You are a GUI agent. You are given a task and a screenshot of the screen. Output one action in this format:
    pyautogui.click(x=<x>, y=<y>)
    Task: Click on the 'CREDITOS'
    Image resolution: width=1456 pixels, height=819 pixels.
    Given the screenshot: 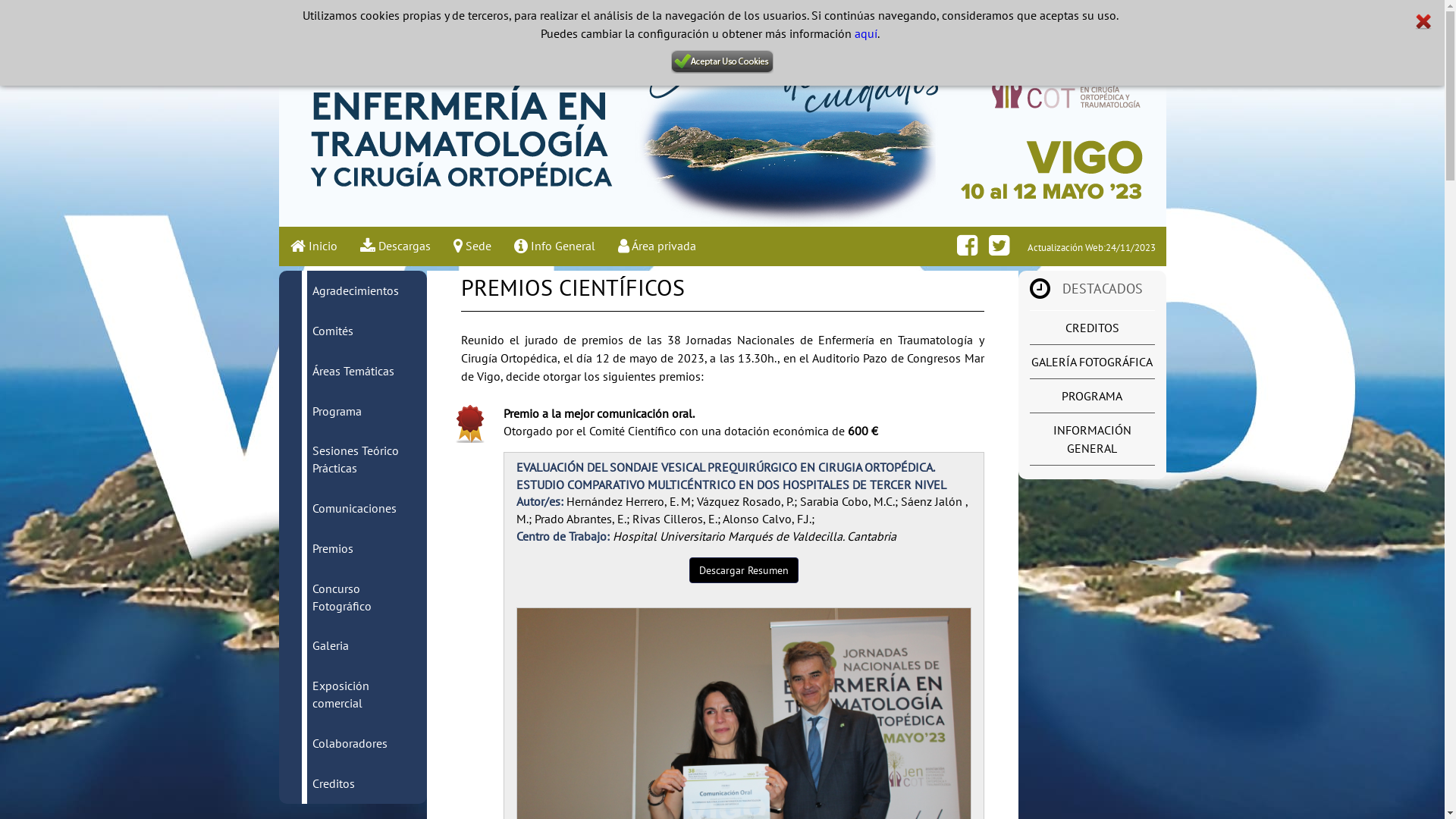 What is the action you would take?
    pyautogui.click(x=1090, y=327)
    